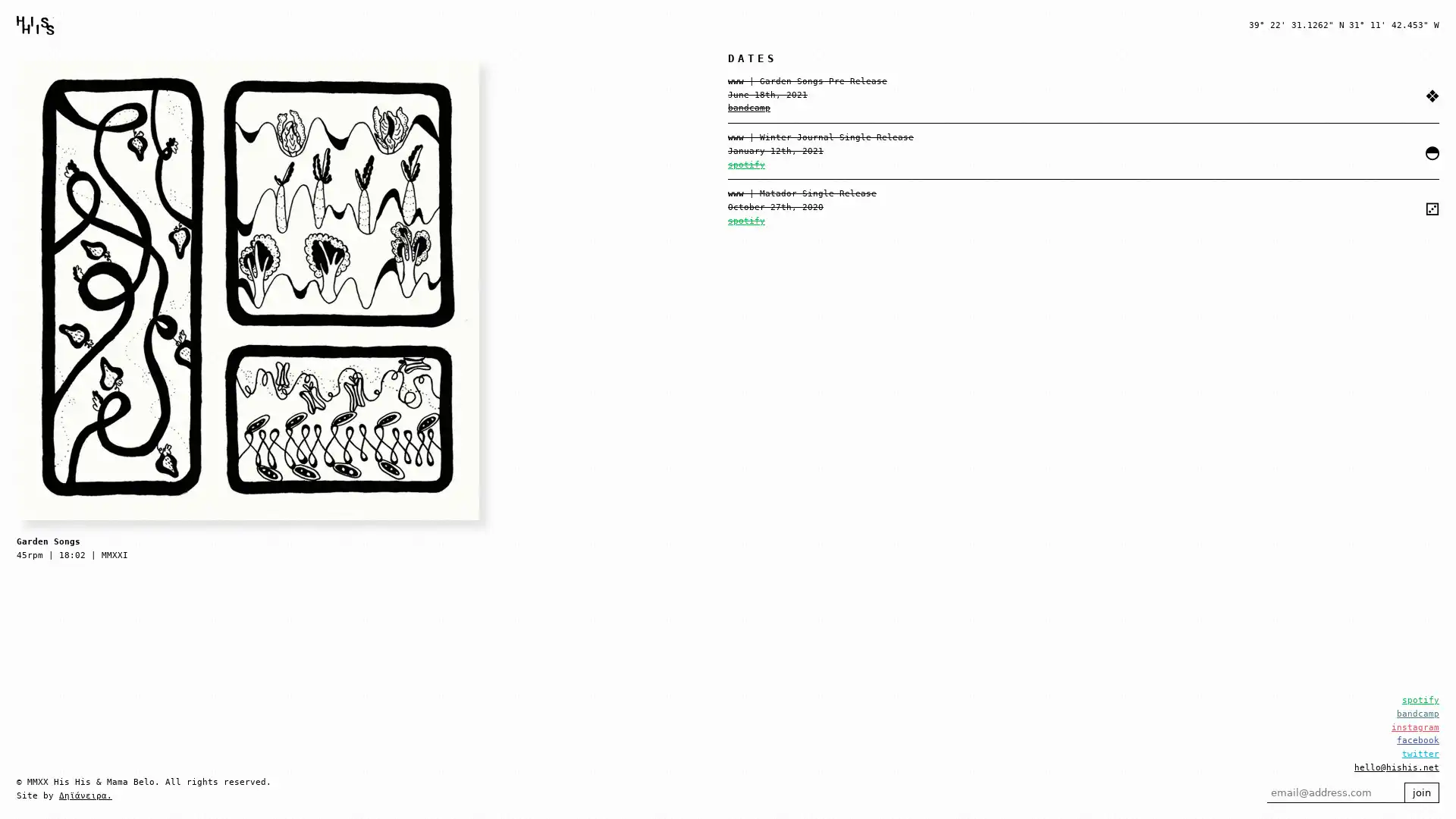 The width and height of the screenshot is (1456, 819). I want to click on join, so click(1347, 747).